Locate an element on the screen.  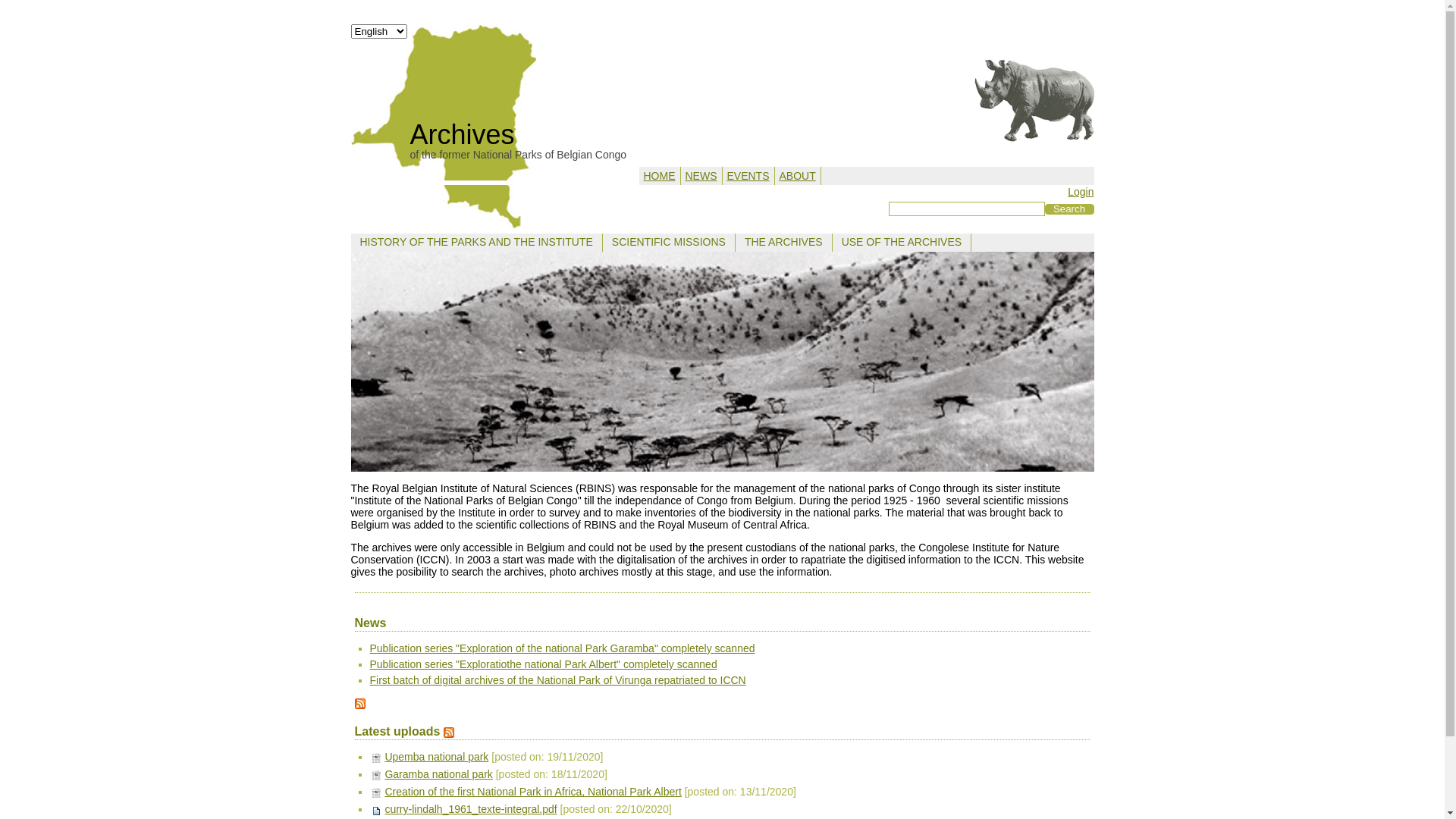
'THE ARCHIVES' is located at coordinates (783, 241).